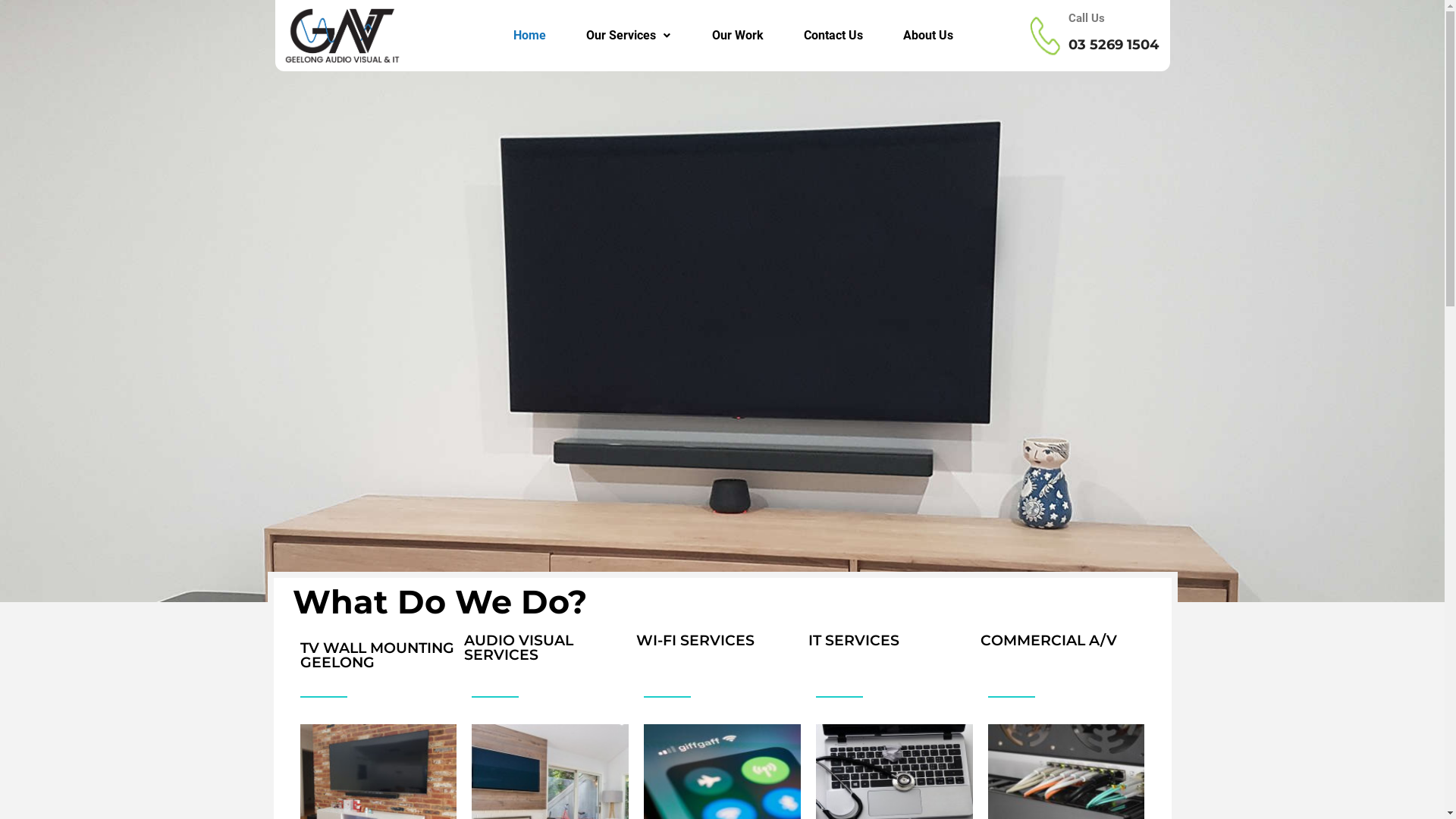 The height and width of the screenshot is (819, 1456). What do you see at coordinates (377, 654) in the screenshot?
I see `'TV WALL MOUNTING GEELONG'` at bounding box center [377, 654].